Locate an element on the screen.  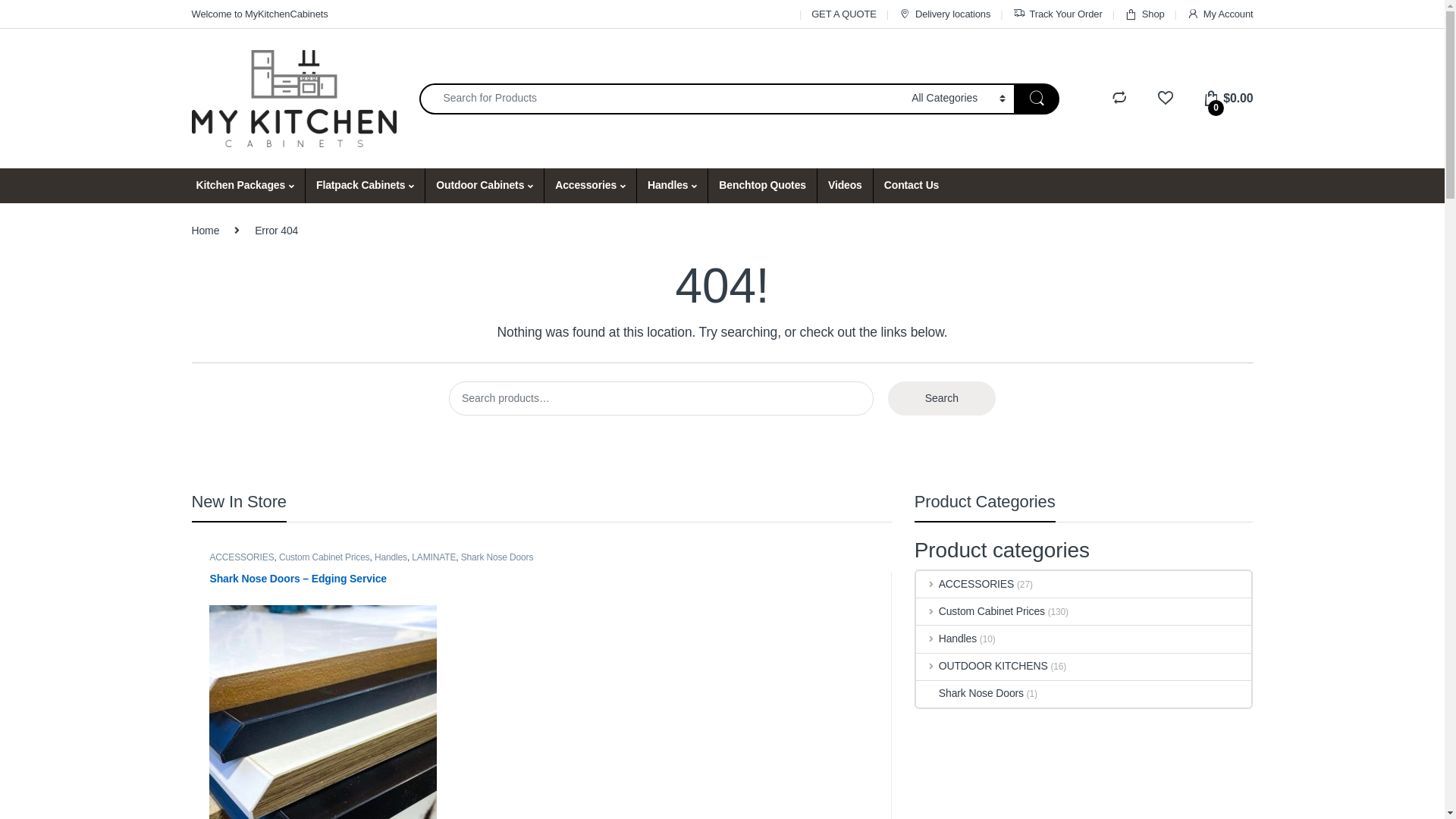
'Track Your Order' is located at coordinates (1057, 14).